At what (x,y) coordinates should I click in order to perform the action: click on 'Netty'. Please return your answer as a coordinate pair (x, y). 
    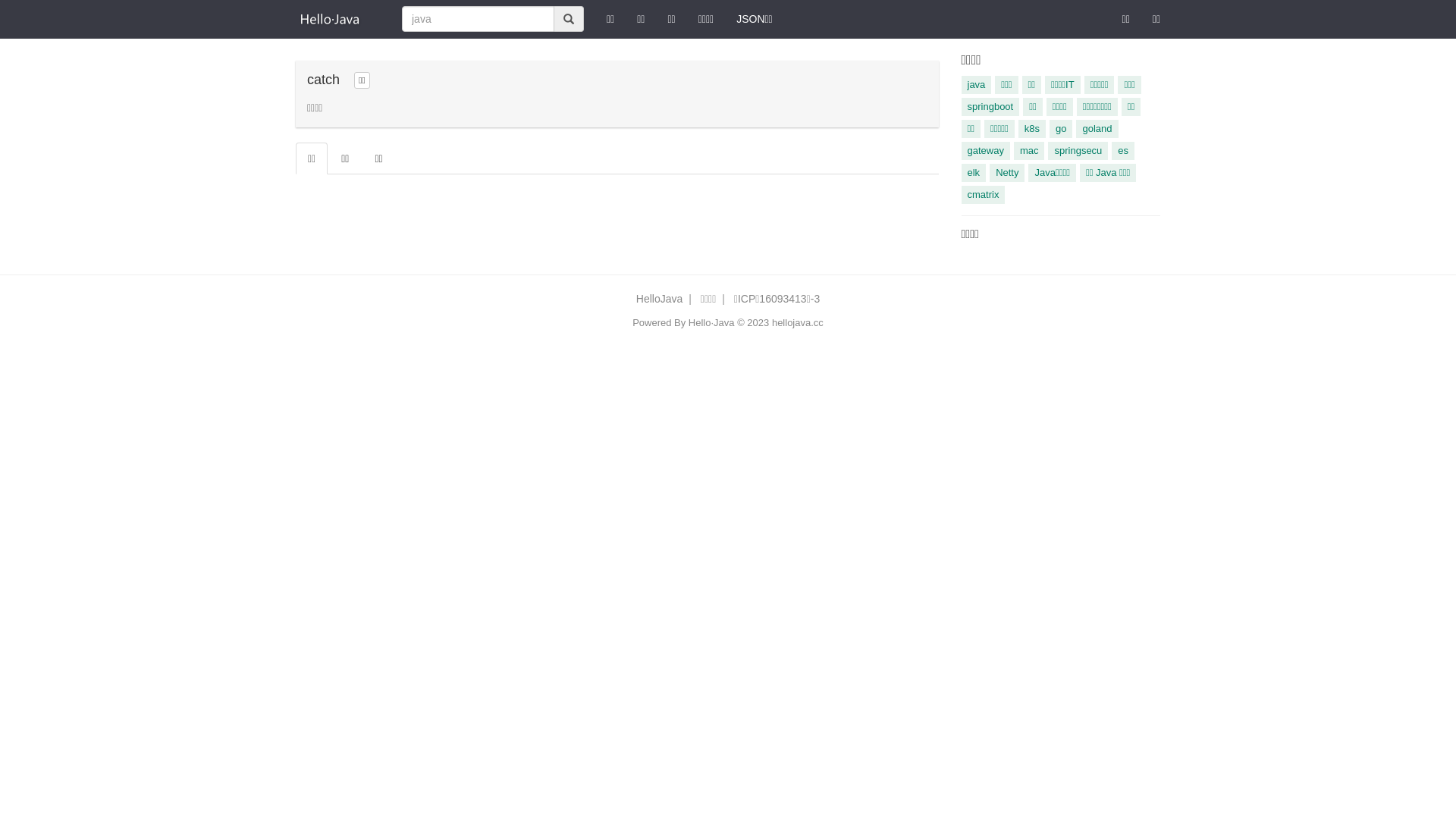
    Looking at the image, I should click on (990, 171).